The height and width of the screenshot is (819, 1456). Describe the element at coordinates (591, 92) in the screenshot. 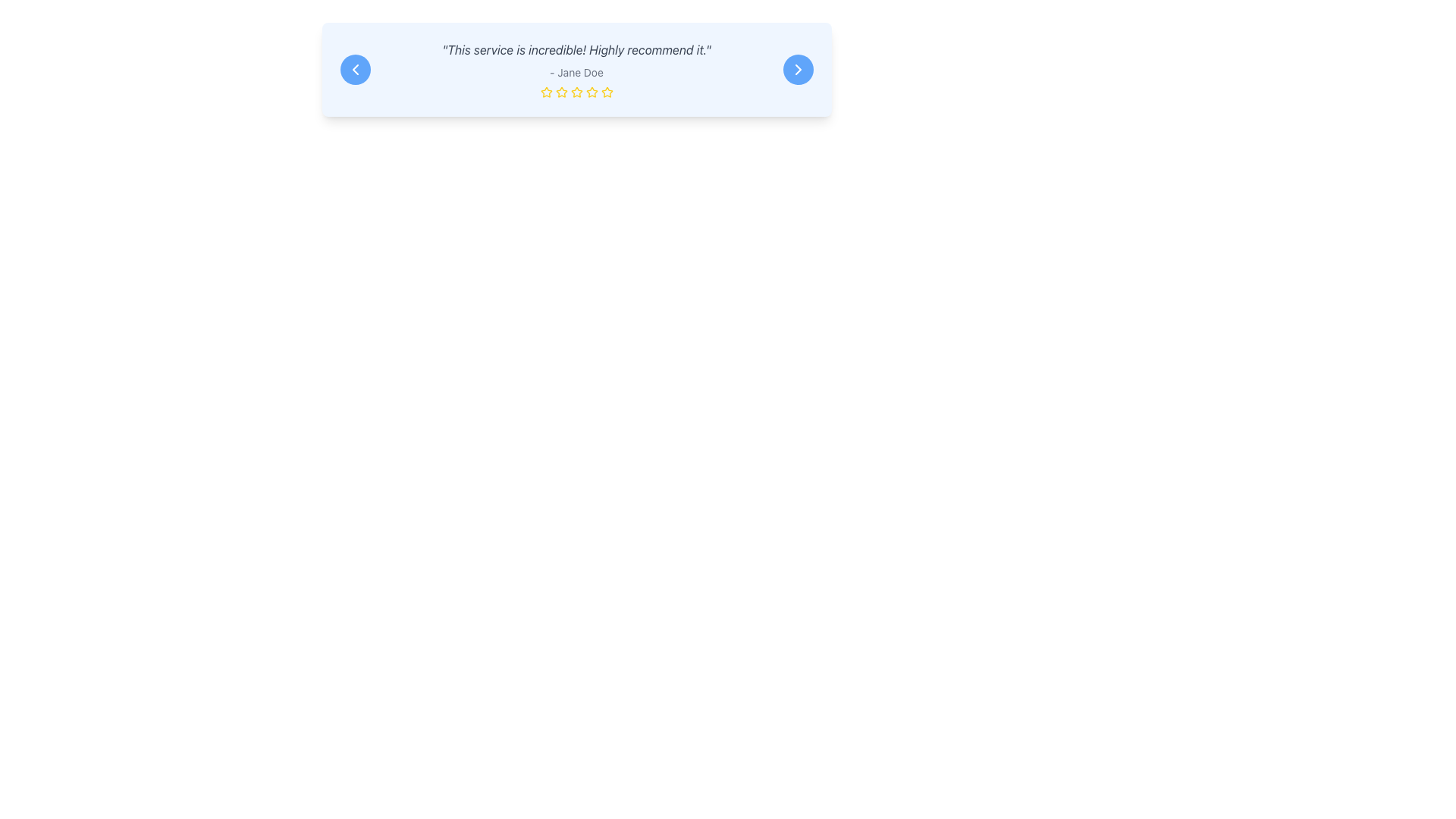

I see `the fourth star icon` at that location.